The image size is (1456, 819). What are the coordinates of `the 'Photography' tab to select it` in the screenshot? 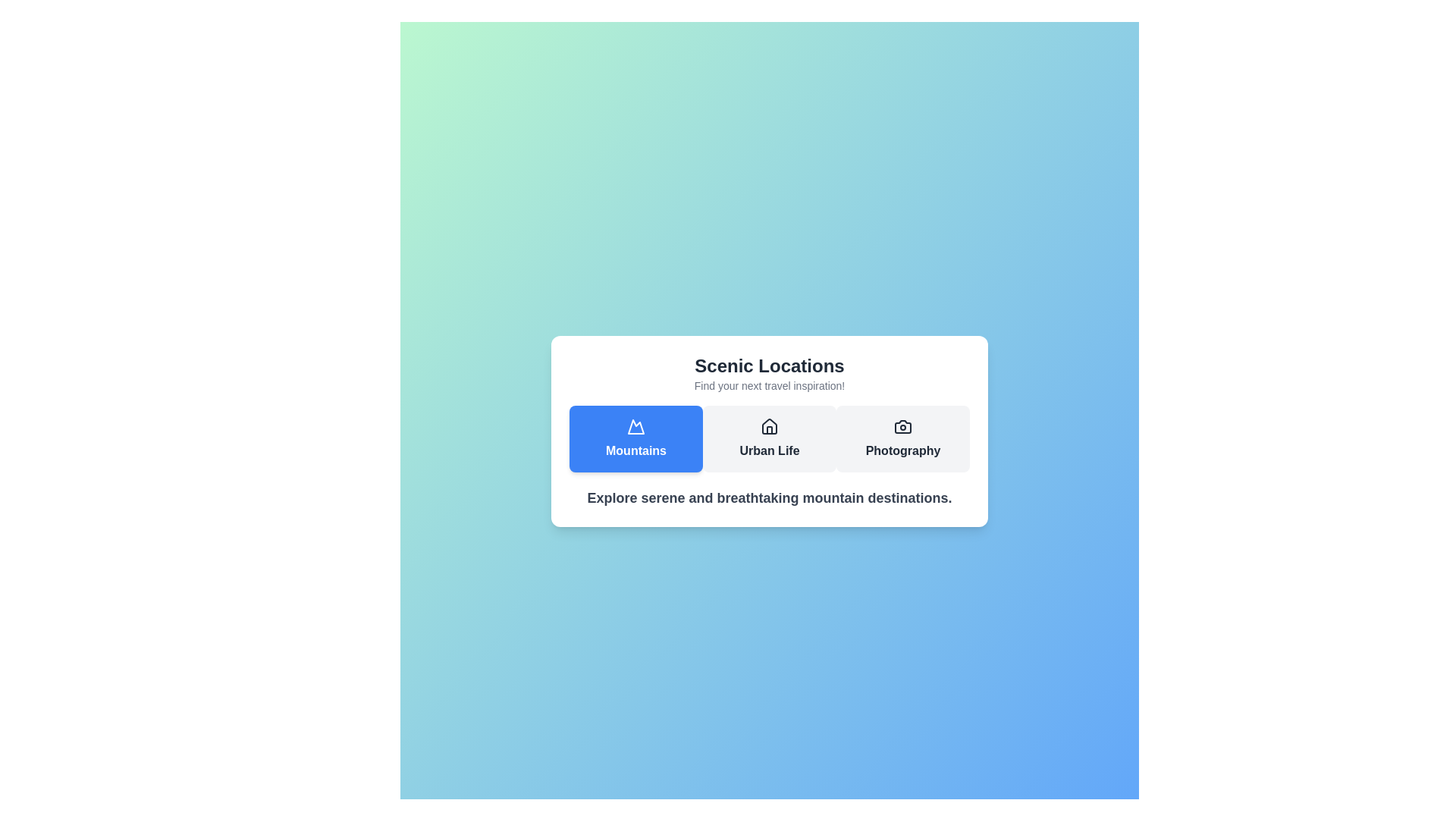 It's located at (902, 438).